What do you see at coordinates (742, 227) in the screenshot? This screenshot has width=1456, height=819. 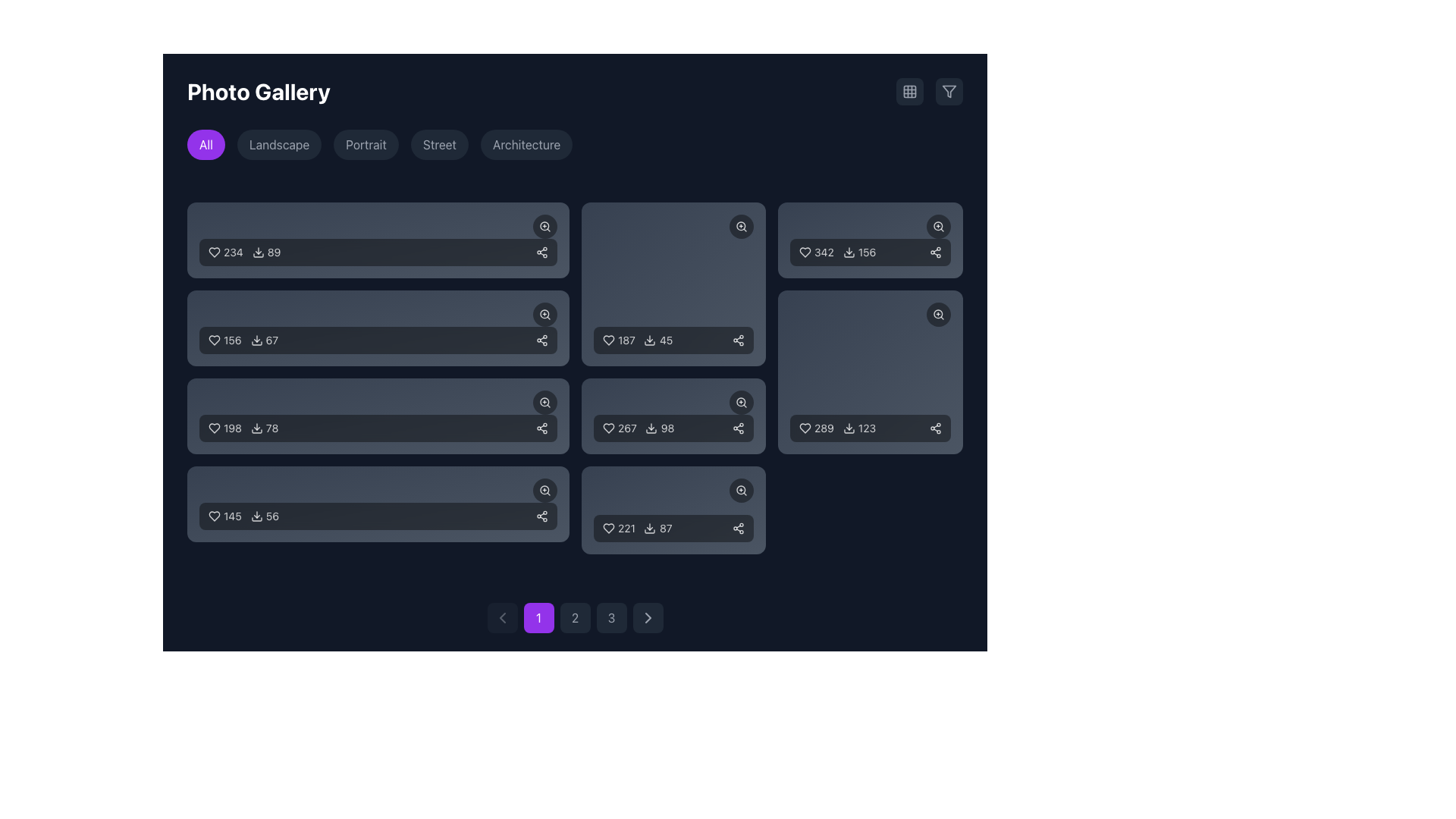 I see `the button with a magnifying glass and plus icon located in the second column and third row of the image tile grid` at bounding box center [742, 227].